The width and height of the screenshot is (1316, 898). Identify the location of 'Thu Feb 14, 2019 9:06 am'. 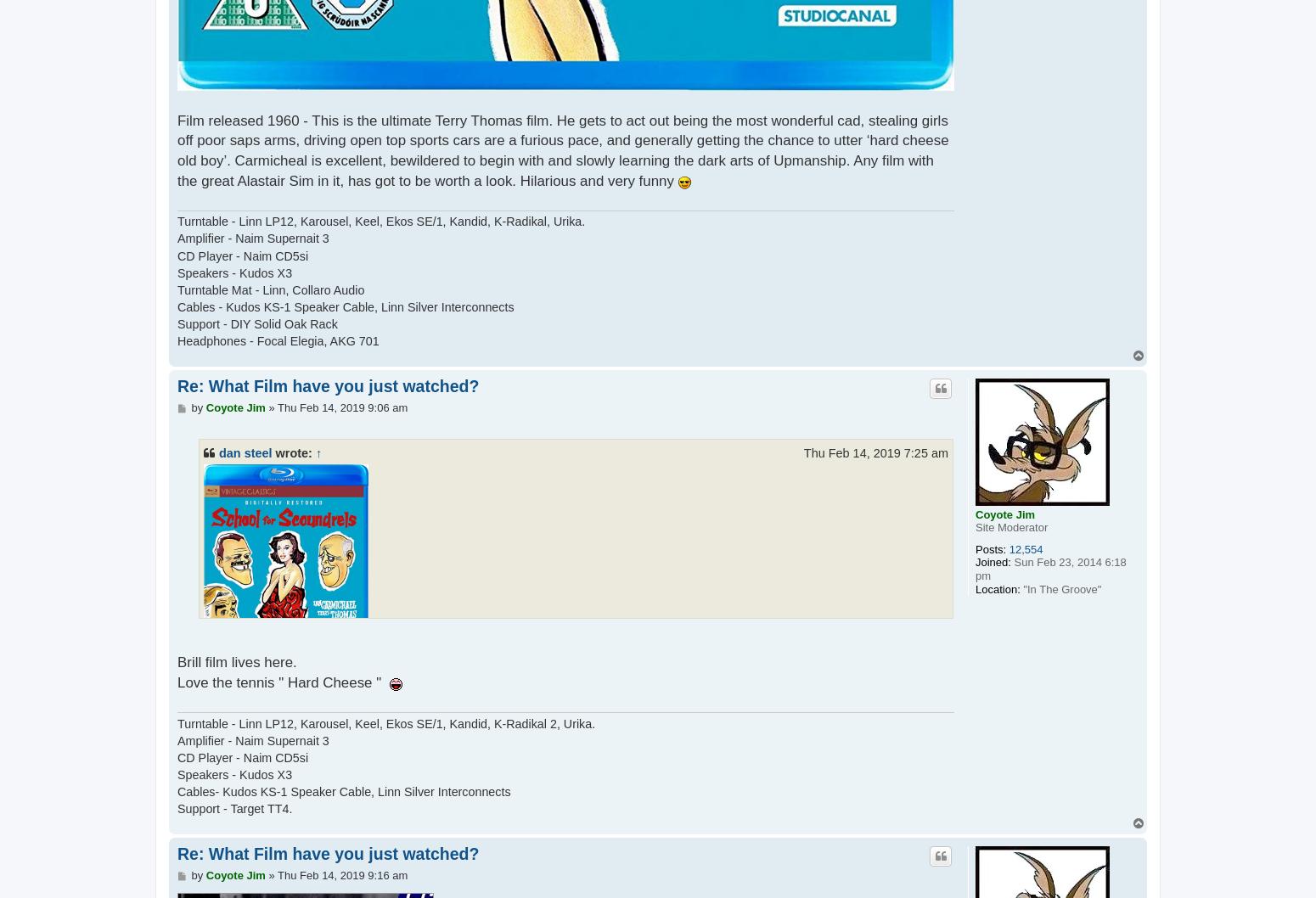
(277, 406).